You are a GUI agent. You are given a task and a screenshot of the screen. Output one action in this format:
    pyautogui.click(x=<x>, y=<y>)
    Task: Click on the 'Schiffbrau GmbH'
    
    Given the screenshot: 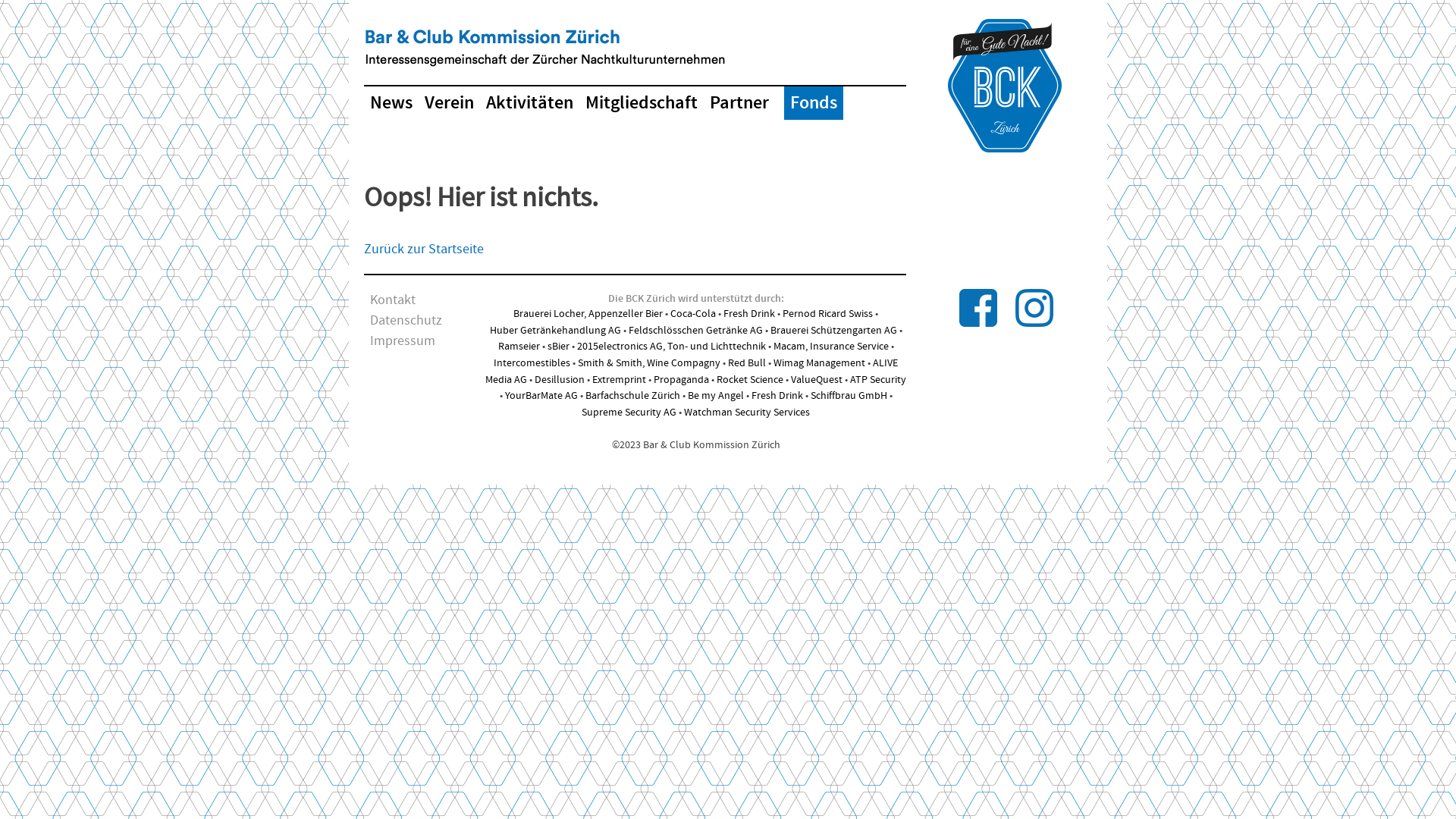 What is the action you would take?
    pyautogui.click(x=847, y=394)
    